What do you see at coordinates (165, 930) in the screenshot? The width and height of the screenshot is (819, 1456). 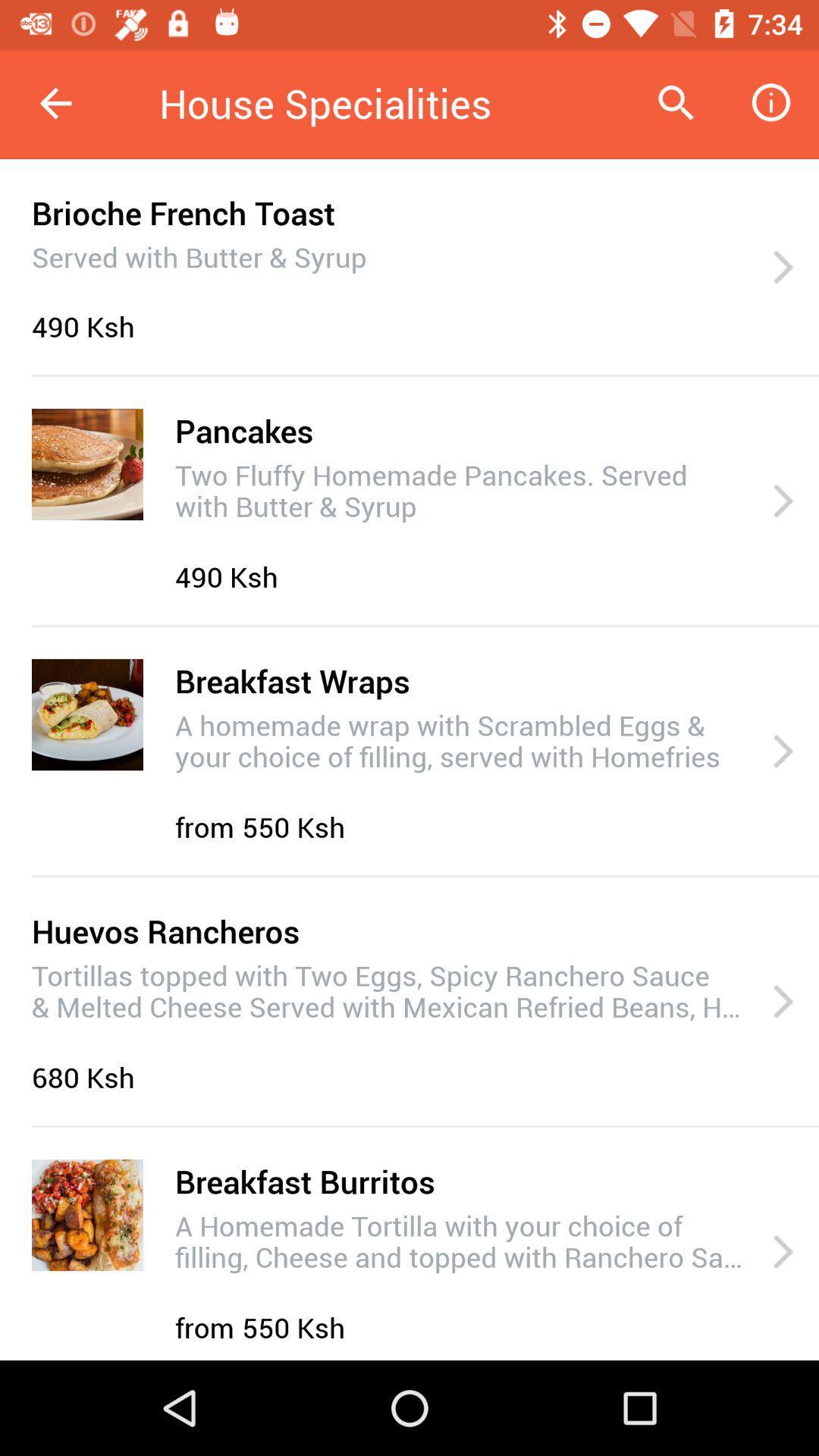 I see `icon above tortillas topped with icon` at bounding box center [165, 930].